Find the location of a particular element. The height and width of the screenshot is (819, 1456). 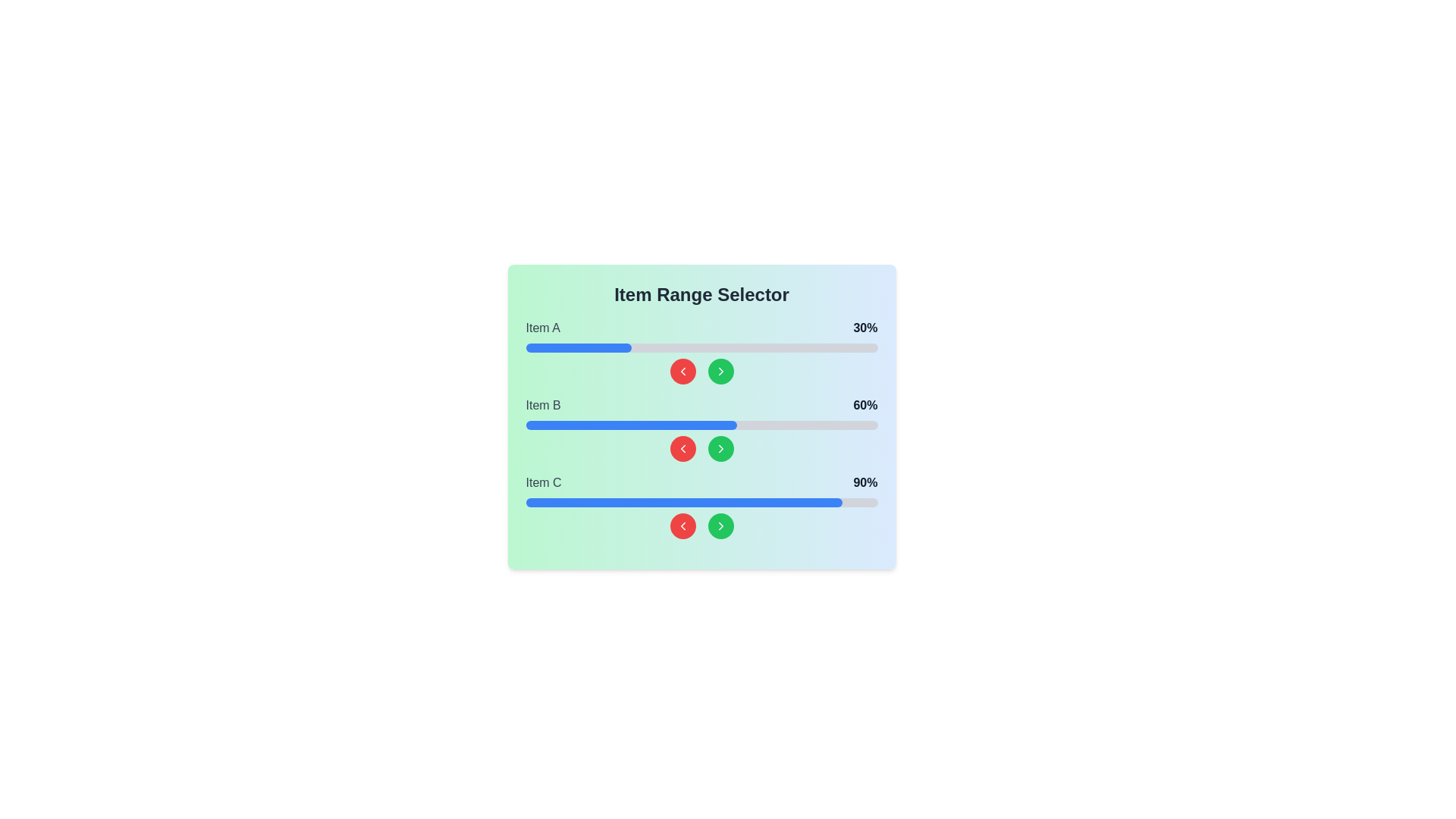

the first circular button in the row of controls, located to the left of the green button, to decrement the value of Item B is located at coordinates (682, 447).